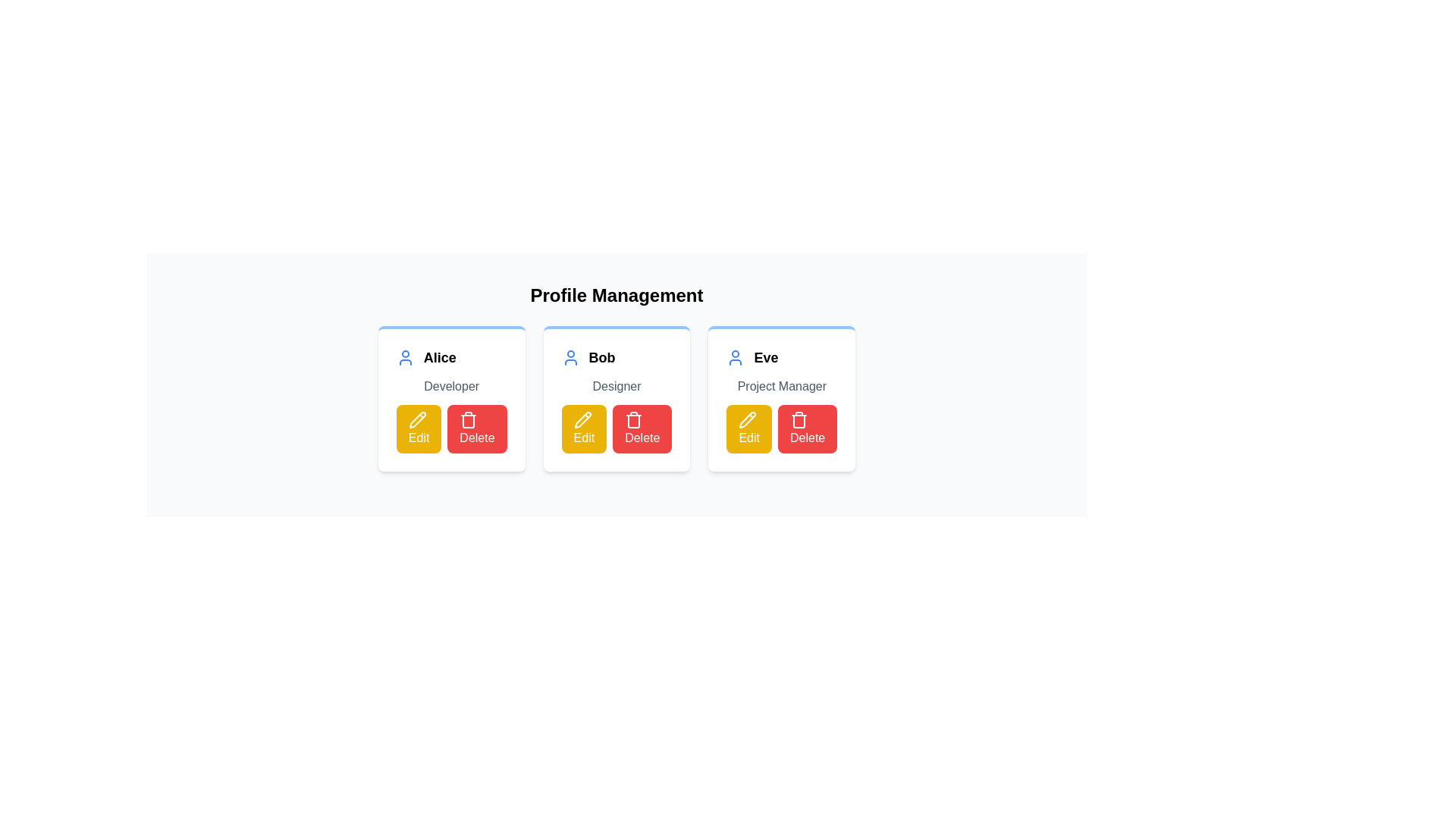  Describe the element at coordinates (601, 357) in the screenshot. I see `text content of the label displaying the name 'Bob' in the second profile card, which is centrally located below the user icon` at that location.